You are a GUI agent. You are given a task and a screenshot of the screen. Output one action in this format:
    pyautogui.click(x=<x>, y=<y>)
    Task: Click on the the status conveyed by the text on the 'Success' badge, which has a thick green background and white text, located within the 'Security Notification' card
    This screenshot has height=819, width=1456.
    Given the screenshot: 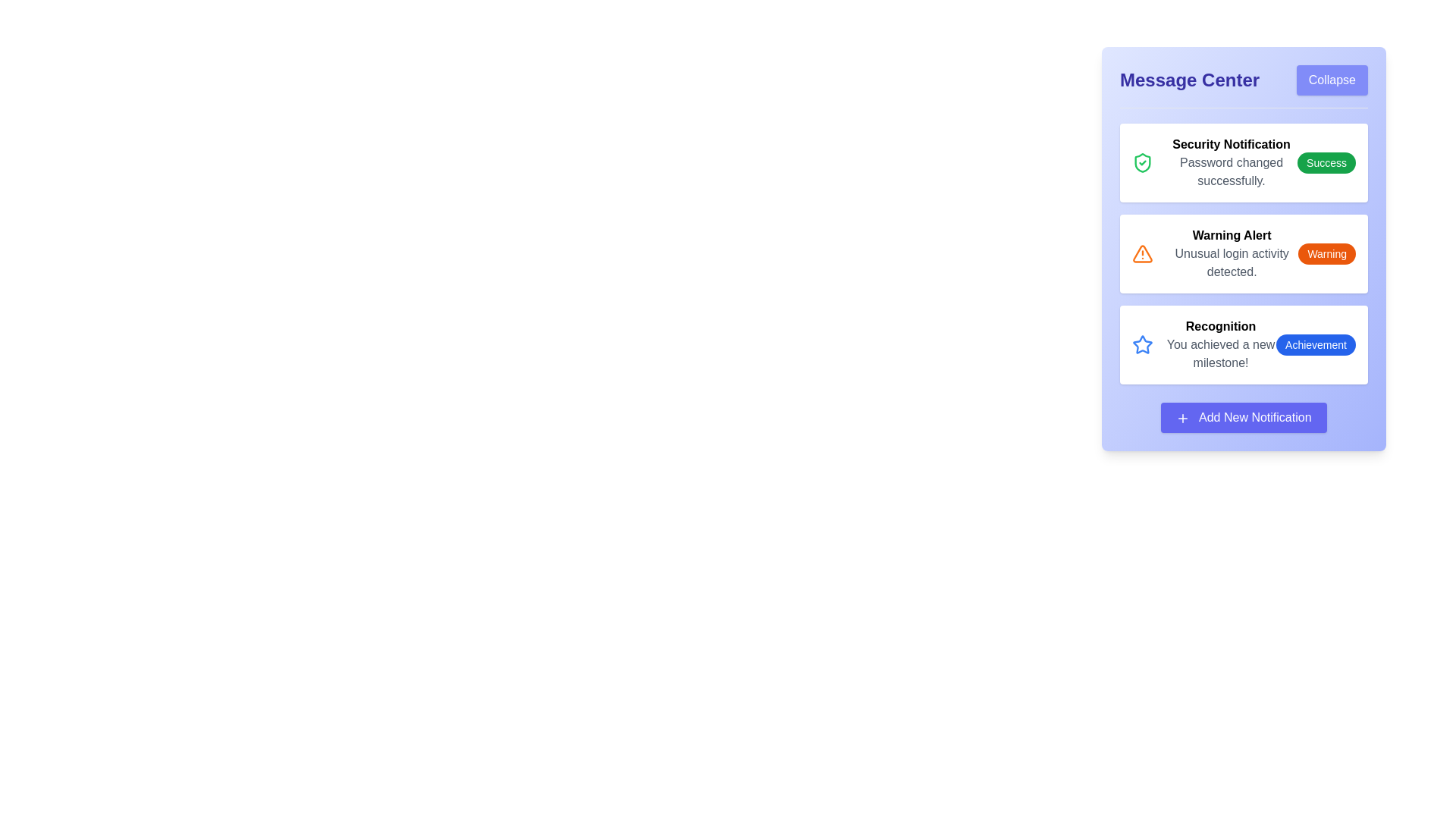 What is the action you would take?
    pyautogui.click(x=1326, y=163)
    